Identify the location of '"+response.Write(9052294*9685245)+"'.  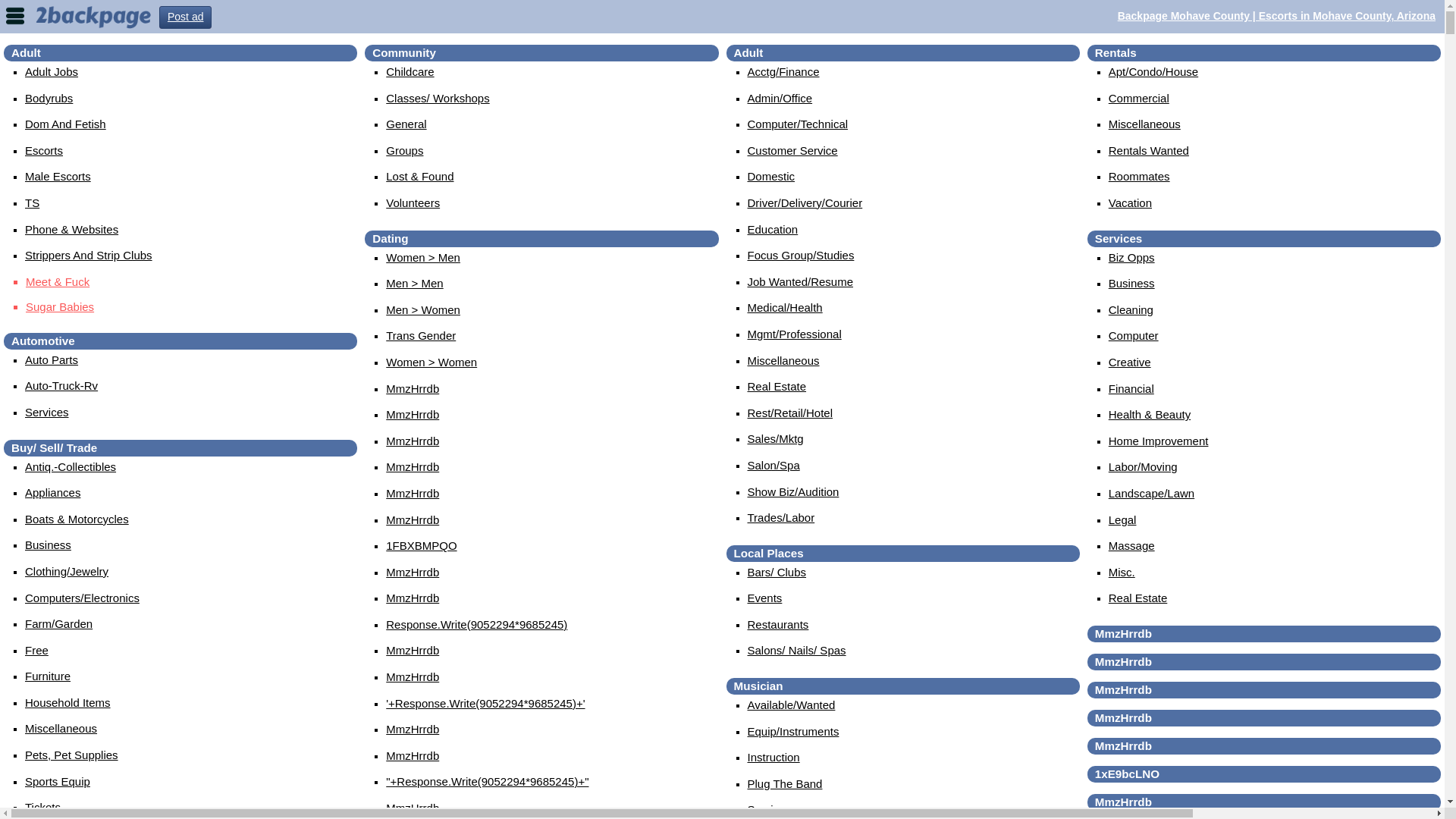
(487, 781).